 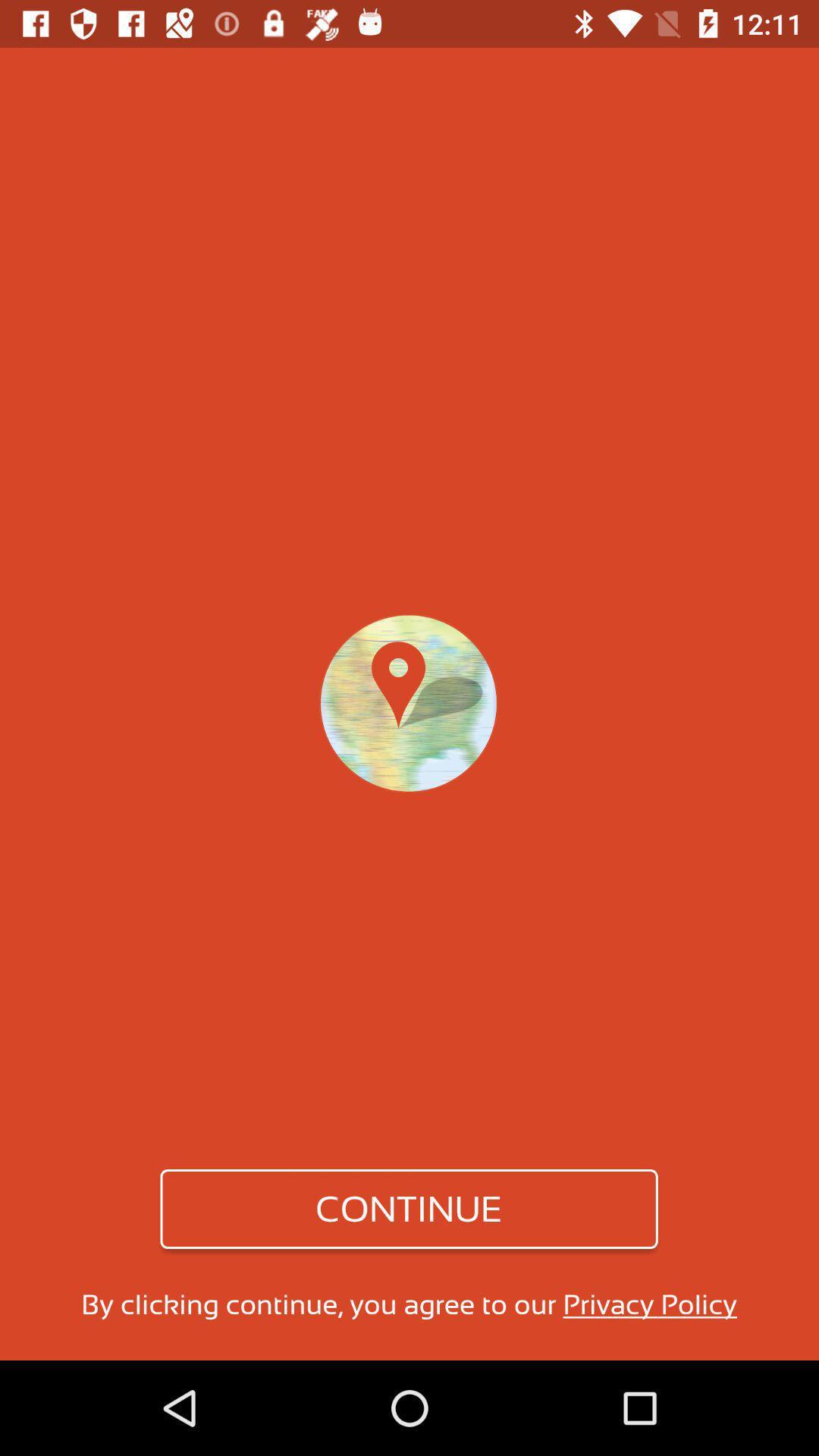 I want to click on the item below the continue, so click(x=408, y=1304).